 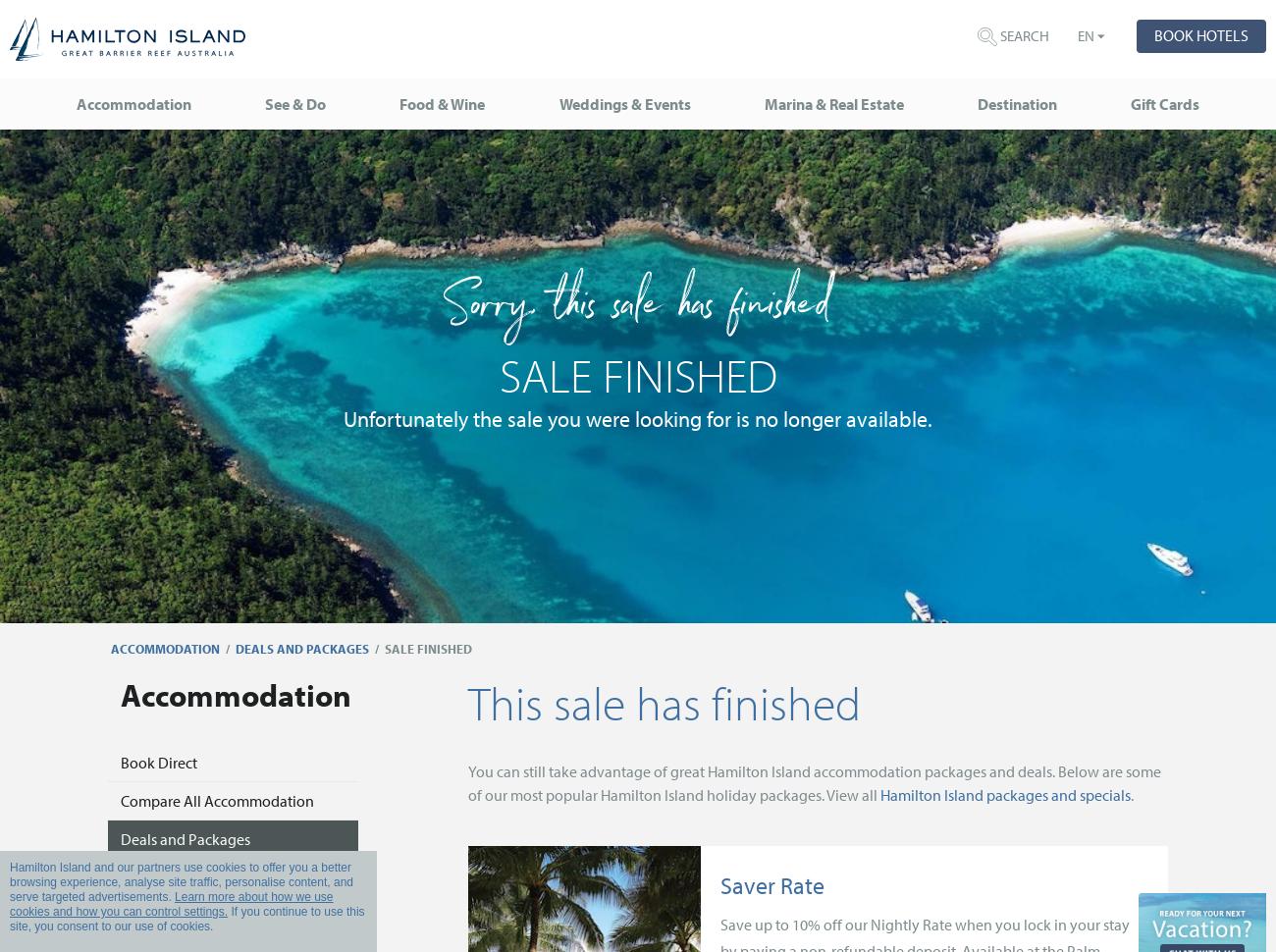 What do you see at coordinates (1131, 793) in the screenshot?
I see `'.'` at bounding box center [1131, 793].